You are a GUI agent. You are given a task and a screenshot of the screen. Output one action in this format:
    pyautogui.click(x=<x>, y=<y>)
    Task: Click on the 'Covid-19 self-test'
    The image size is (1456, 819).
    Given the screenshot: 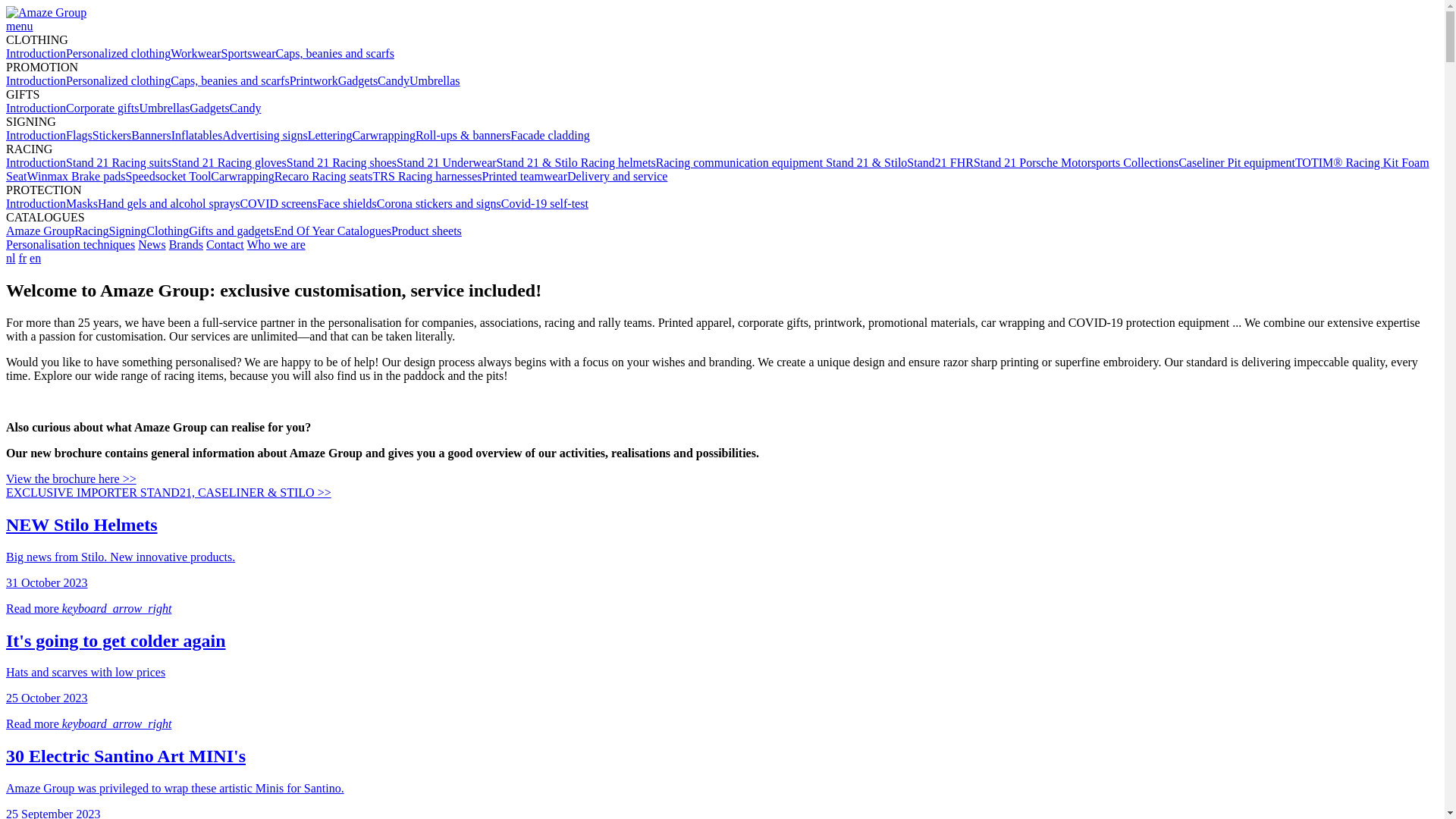 What is the action you would take?
    pyautogui.click(x=544, y=202)
    